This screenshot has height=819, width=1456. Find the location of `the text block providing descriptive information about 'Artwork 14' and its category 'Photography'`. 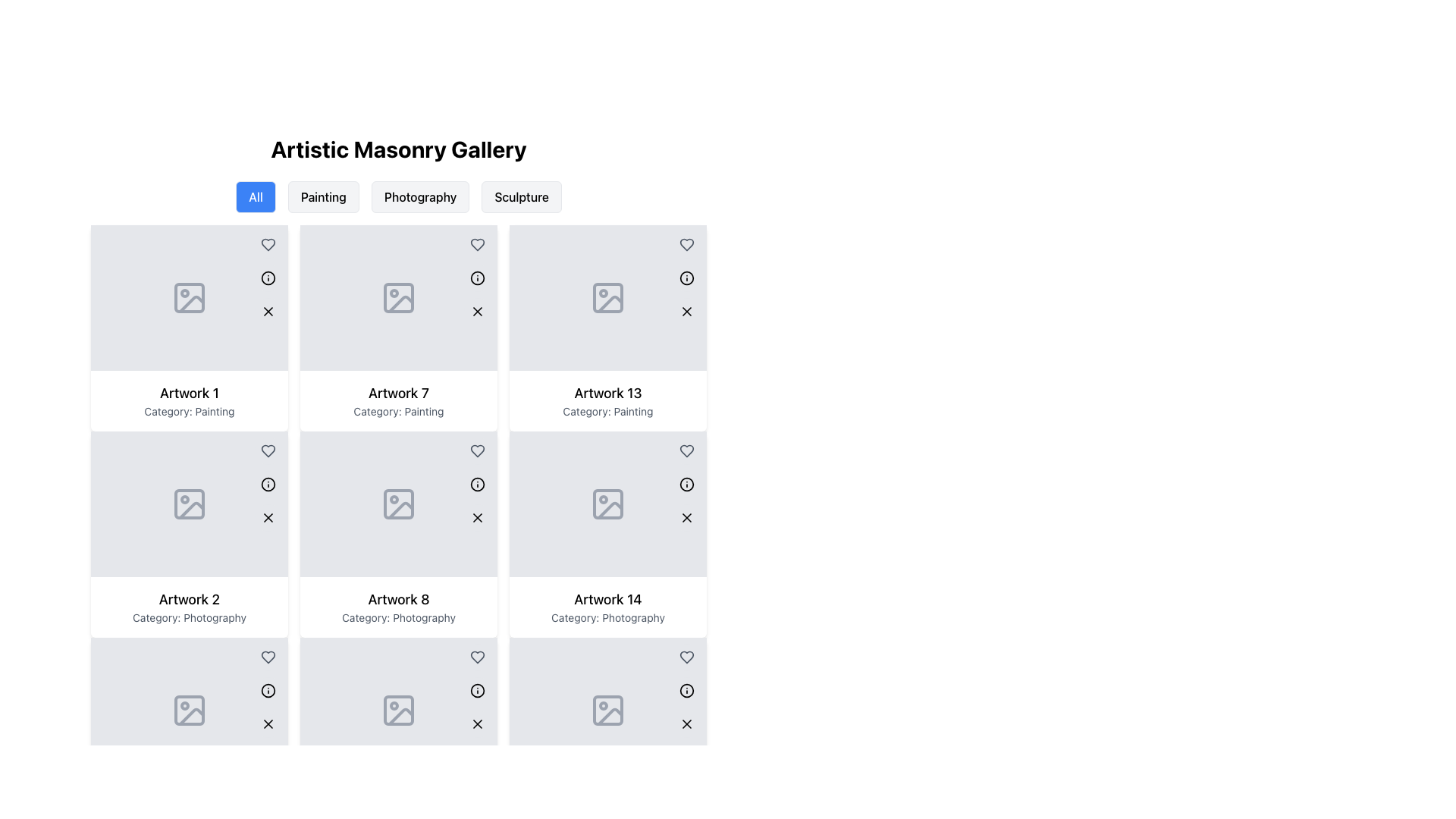

the text block providing descriptive information about 'Artwork 14' and its category 'Photography' is located at coordinates (607, 607).